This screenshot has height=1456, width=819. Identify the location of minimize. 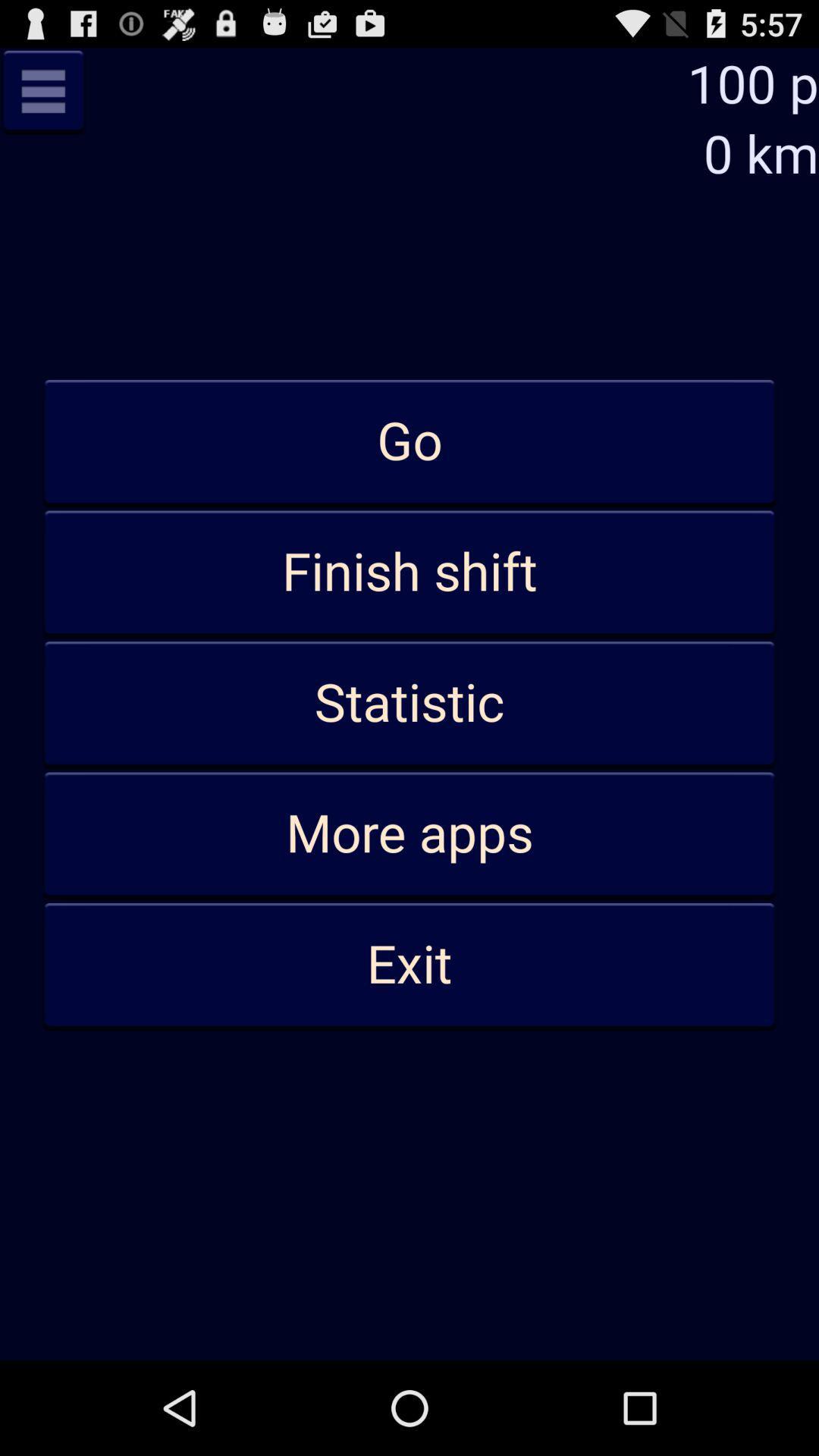
(42, 90).